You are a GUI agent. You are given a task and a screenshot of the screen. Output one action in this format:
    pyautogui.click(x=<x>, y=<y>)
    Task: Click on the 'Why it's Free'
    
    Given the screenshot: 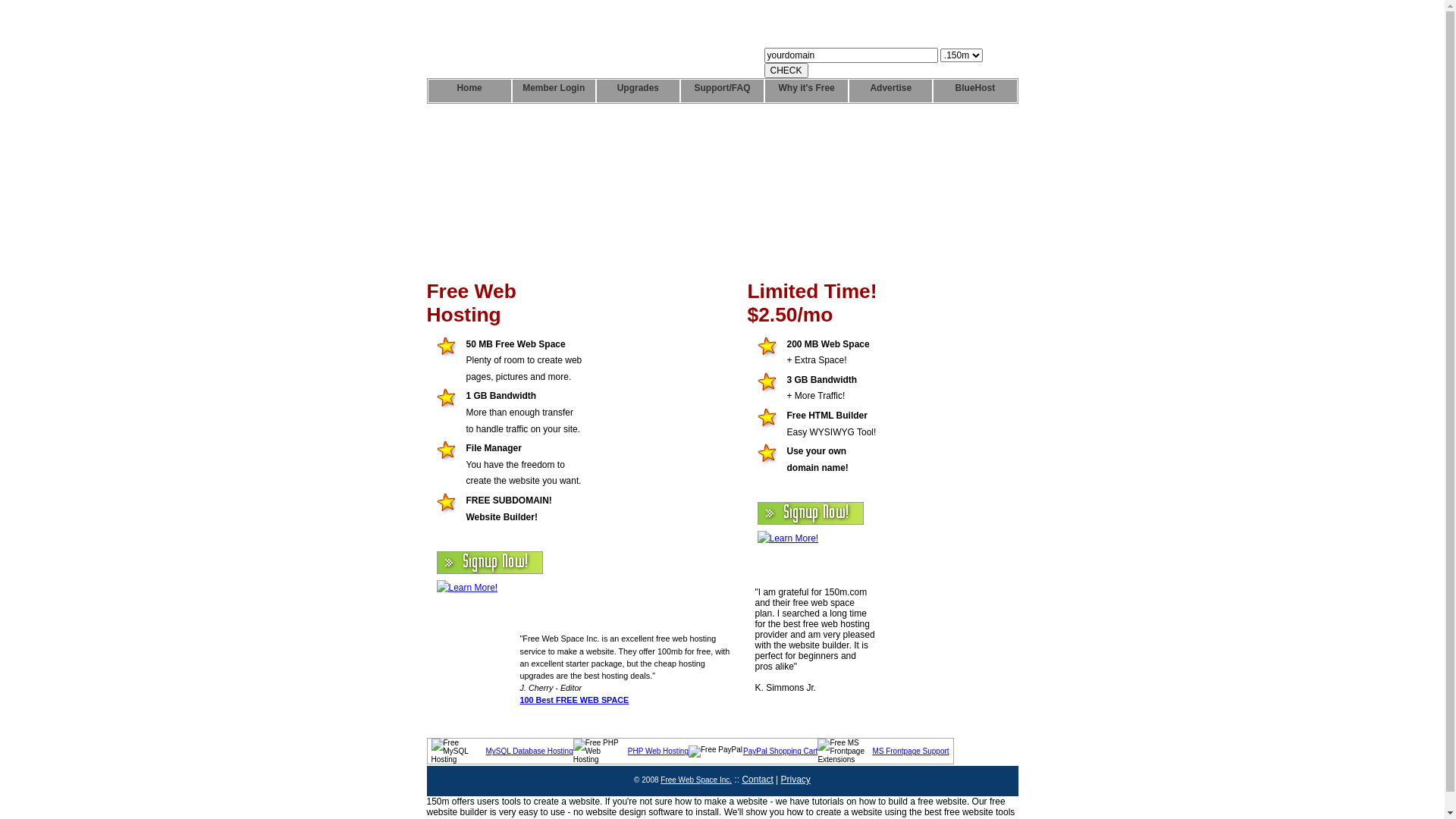 What is the action you would take?
    pyautogui.click(x=805, y=90)
    